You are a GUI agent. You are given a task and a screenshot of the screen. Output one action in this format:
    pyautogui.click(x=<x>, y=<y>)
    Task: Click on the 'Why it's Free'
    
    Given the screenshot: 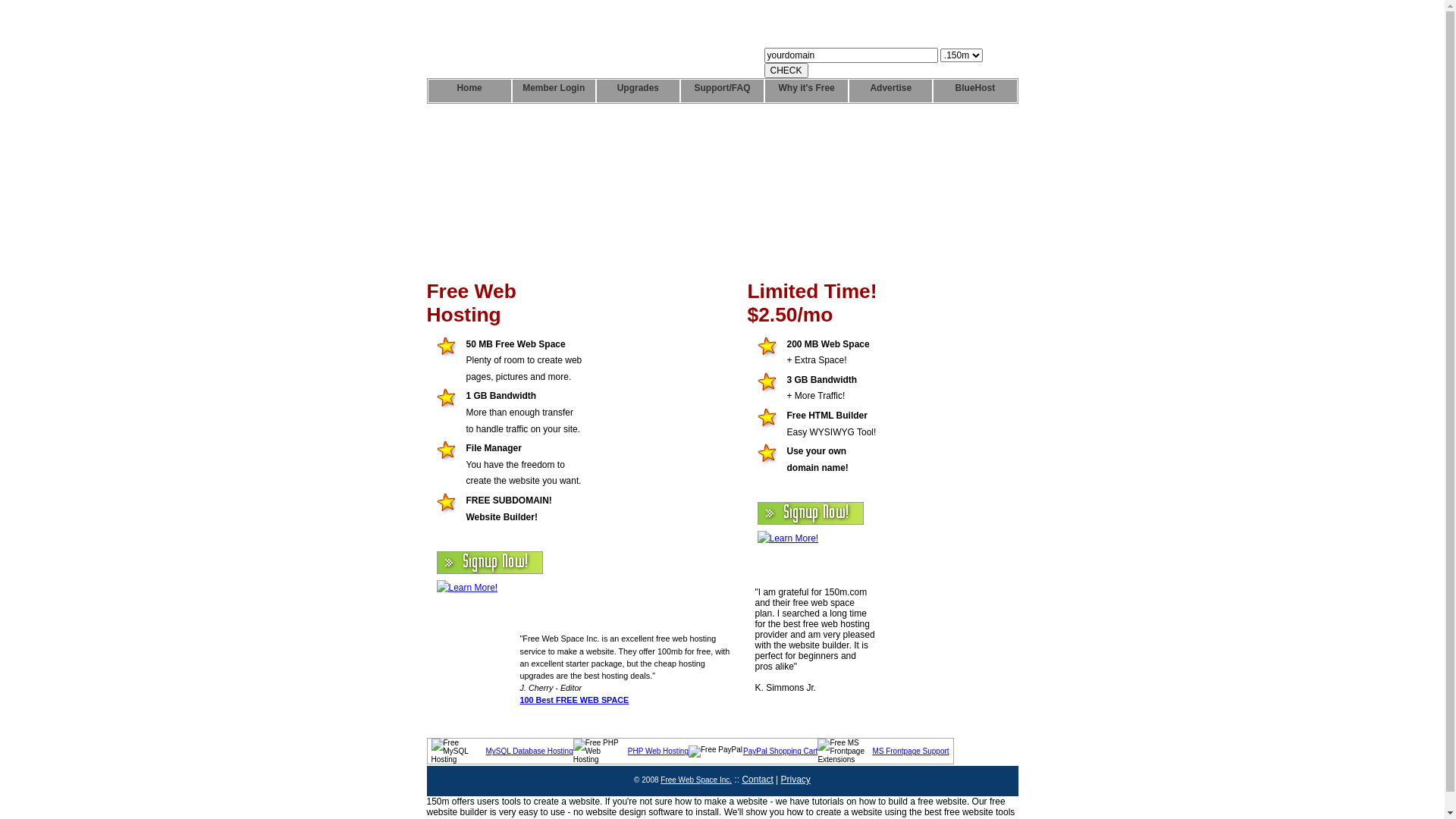 What is the action you would take?
    pyautogui.click(x=805, y=90)
    